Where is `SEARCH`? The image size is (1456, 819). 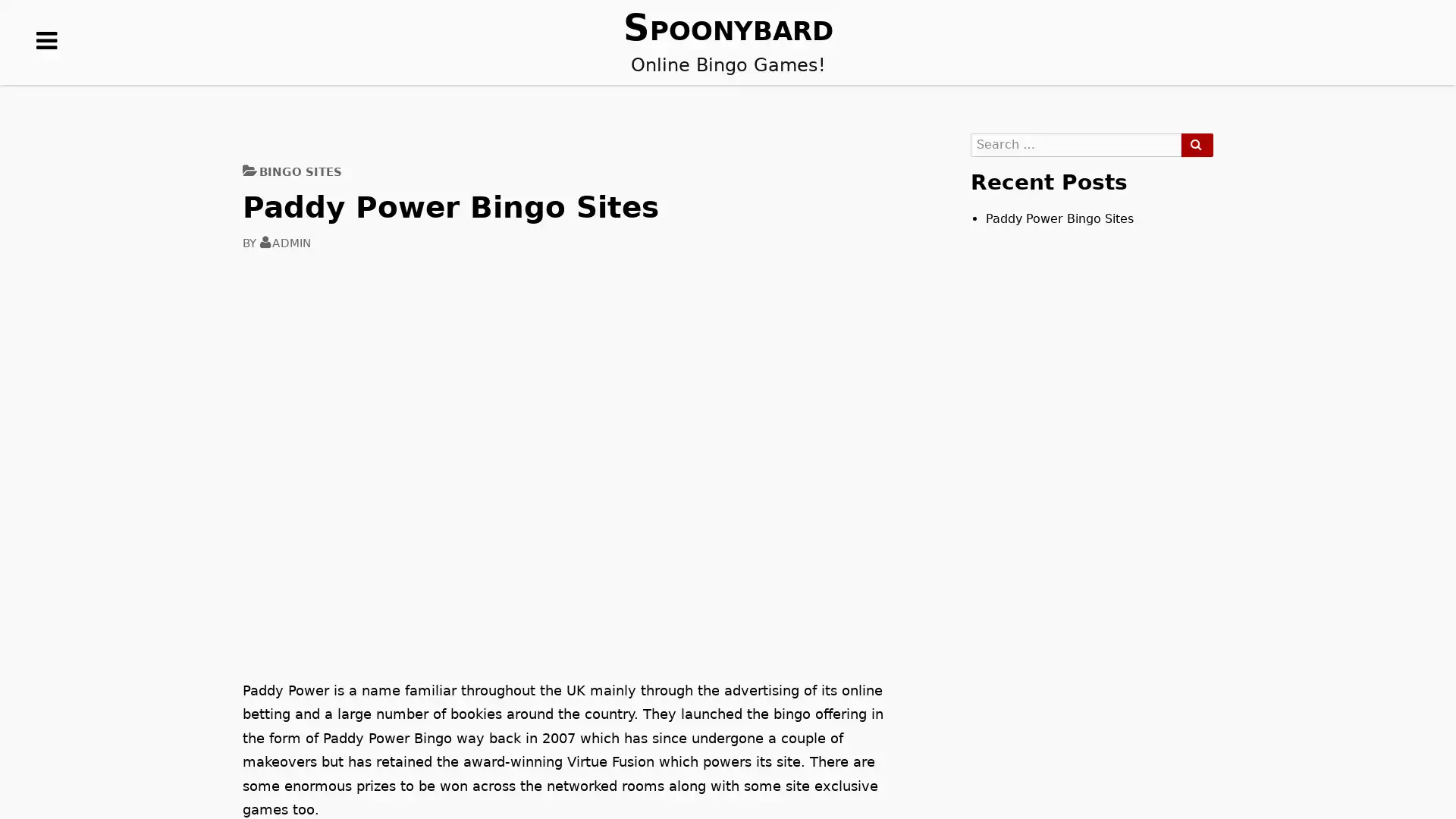 SEARCH is located at coordinates (1196, 145).